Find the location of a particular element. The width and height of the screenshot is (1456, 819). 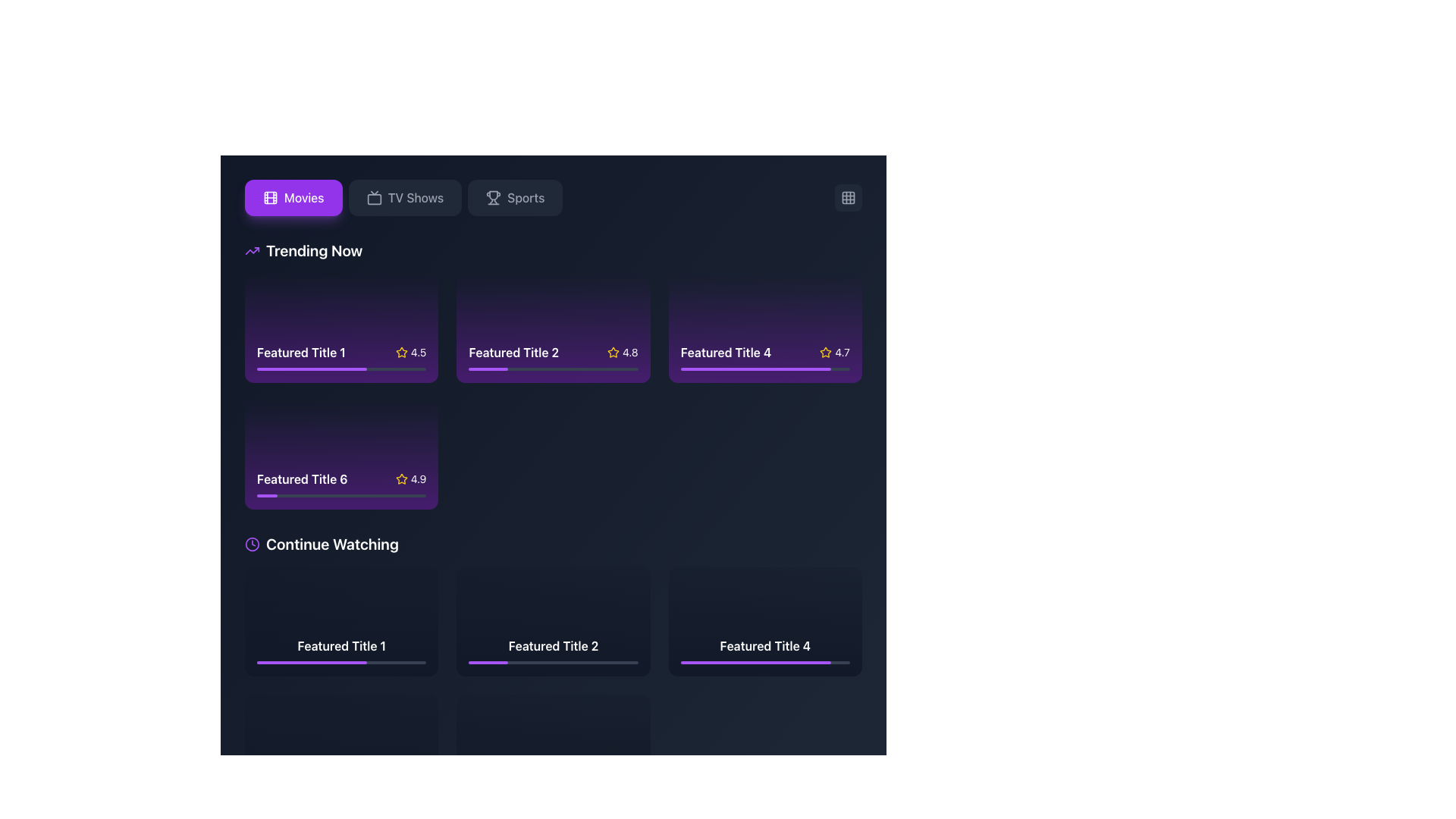

the 'Movies' button is located at coordinates (293, 197).